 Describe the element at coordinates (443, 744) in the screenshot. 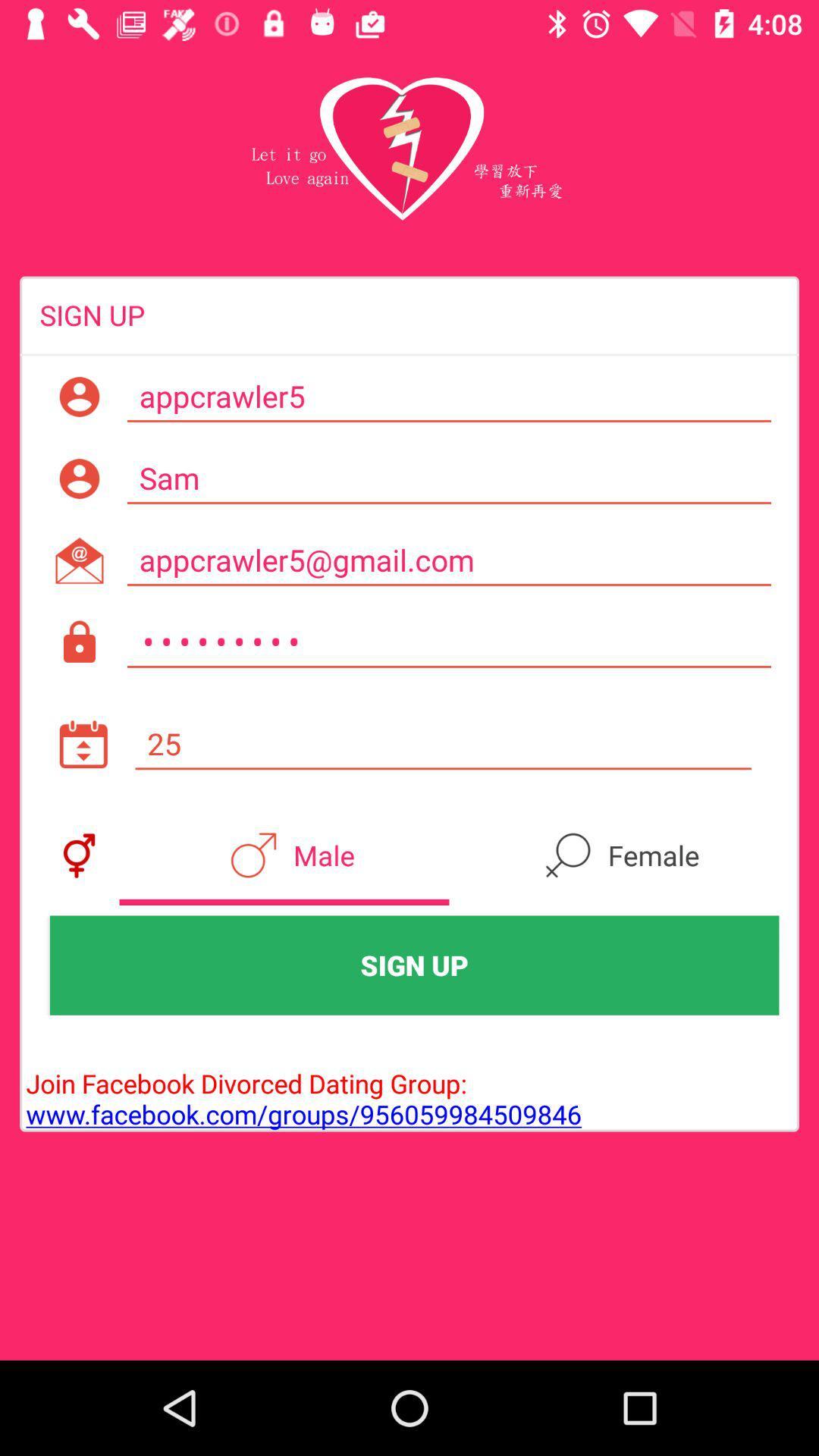

I see `the icon below the crowd3116 item` at that location.